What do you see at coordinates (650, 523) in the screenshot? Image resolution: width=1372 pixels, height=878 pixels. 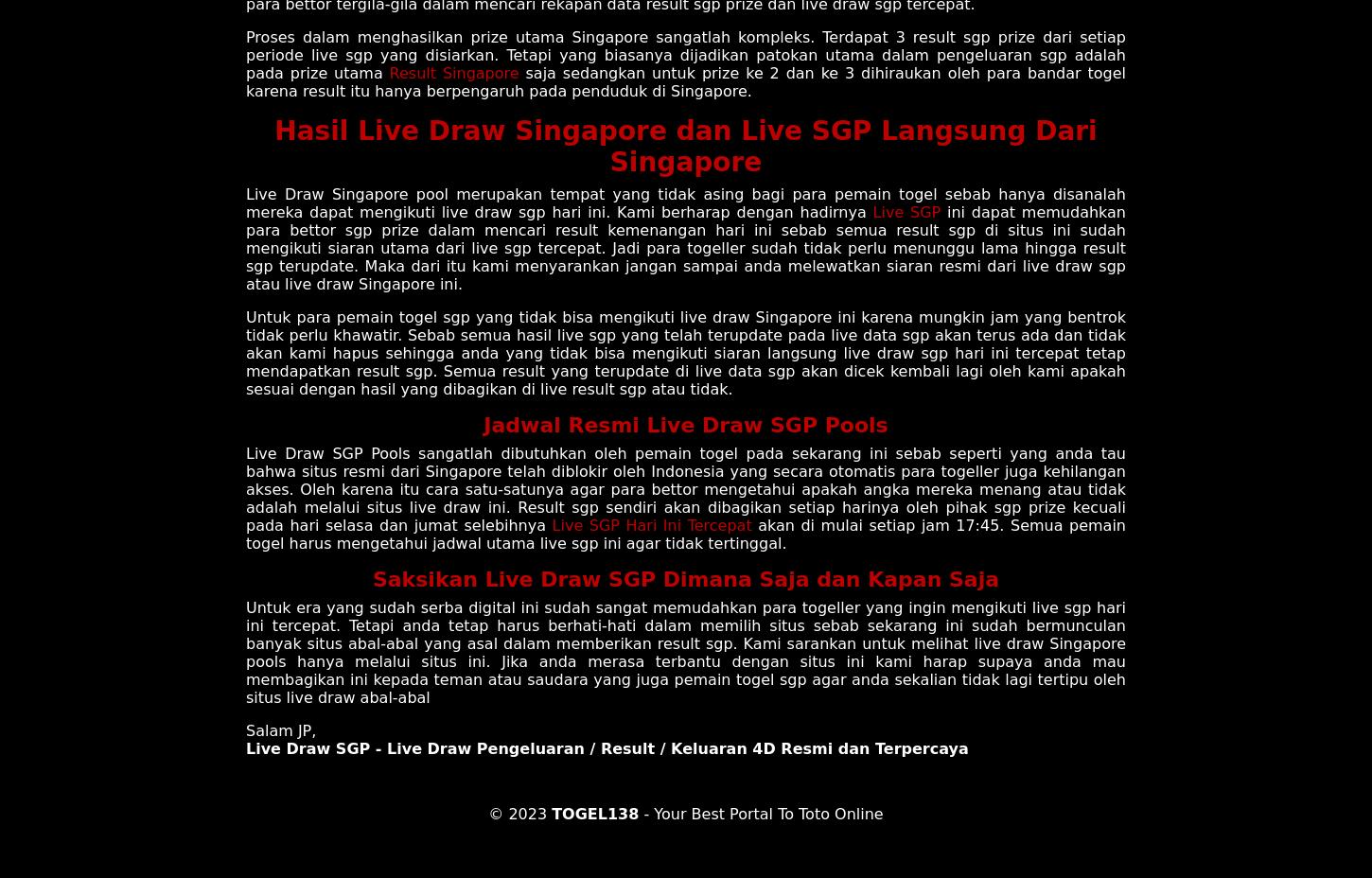 I see `'Live SGP Hari Ini Tercepat'` at bounding box center [650, 523].